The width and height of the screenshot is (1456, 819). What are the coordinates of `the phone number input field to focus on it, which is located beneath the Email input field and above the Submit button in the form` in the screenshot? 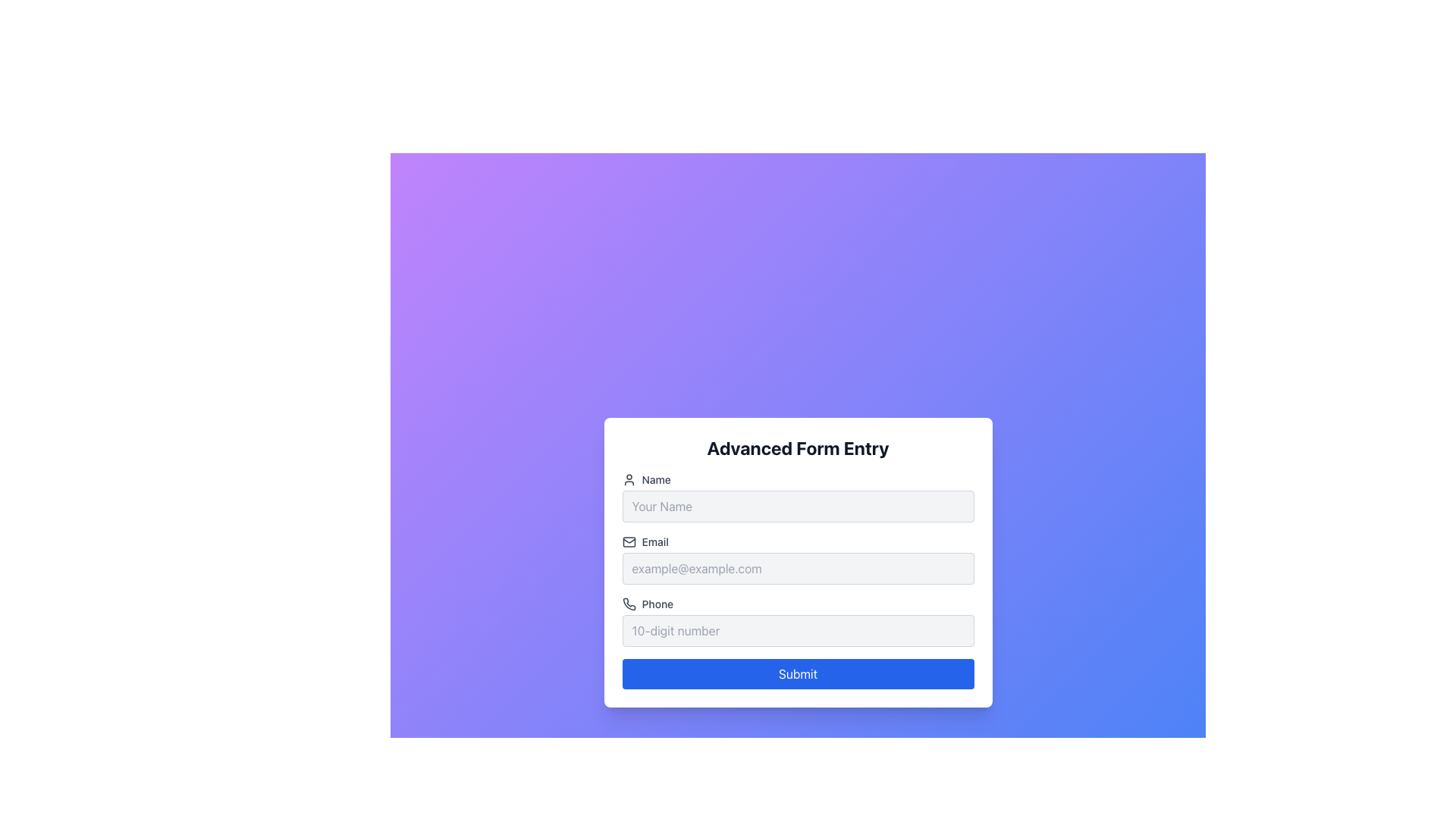 It's located at (797, 631).